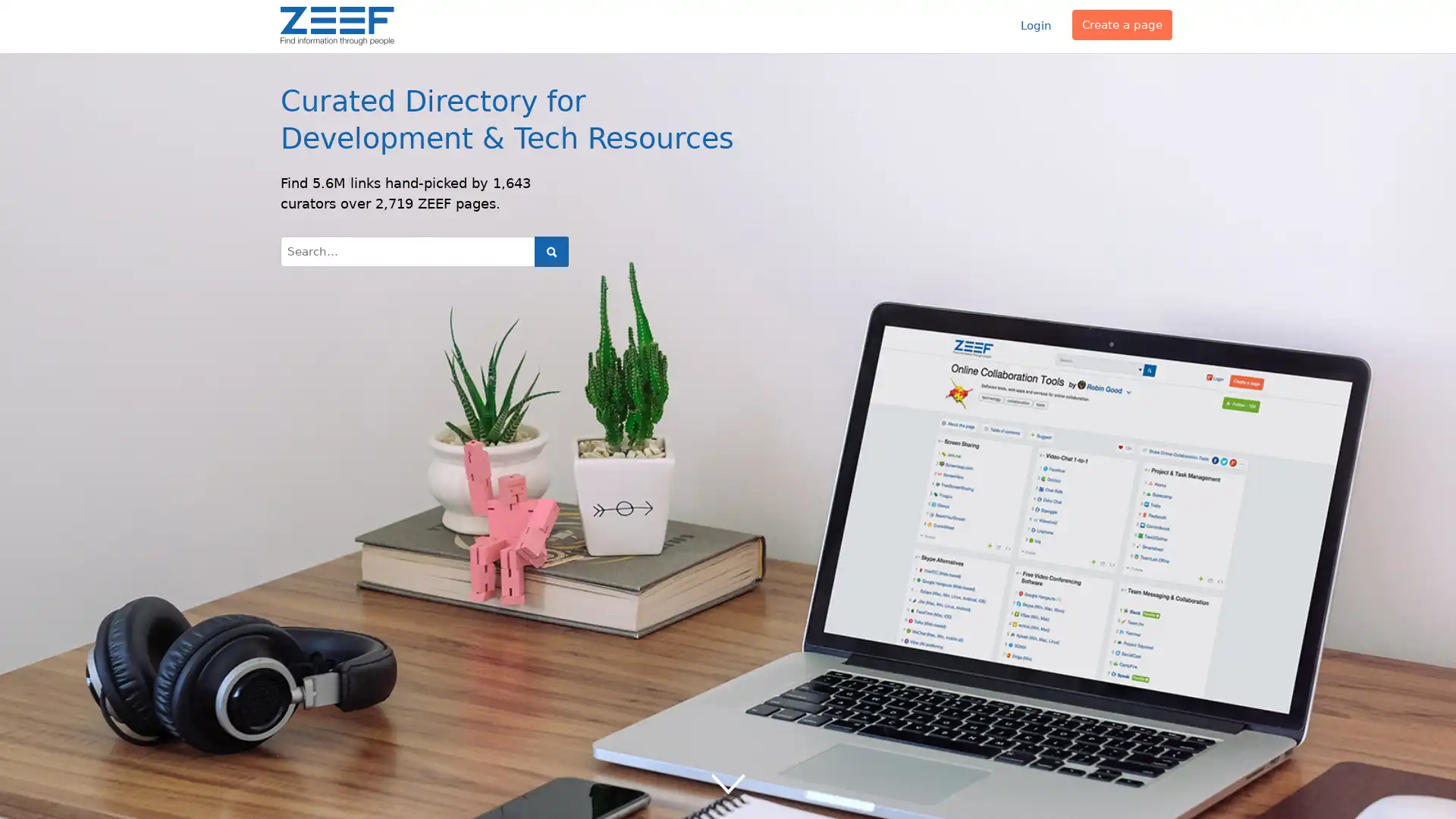 Image resolution: width=1456 pixels, height=819 pixels. Describe the element at coordinates (551, 250) in the screenshot. I see `Search` at that location.